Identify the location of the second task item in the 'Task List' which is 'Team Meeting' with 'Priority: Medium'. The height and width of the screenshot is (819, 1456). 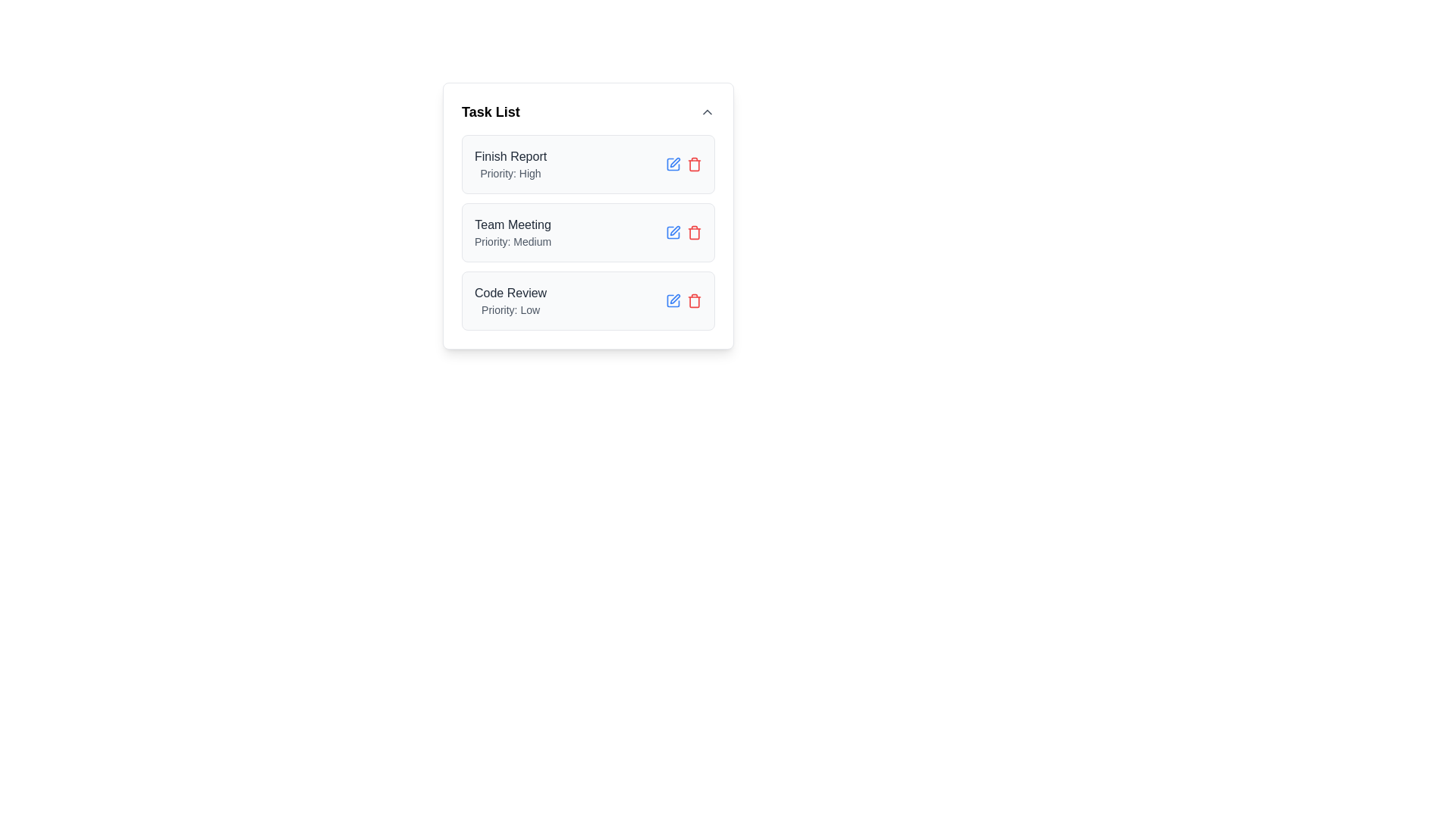
(588, 216).